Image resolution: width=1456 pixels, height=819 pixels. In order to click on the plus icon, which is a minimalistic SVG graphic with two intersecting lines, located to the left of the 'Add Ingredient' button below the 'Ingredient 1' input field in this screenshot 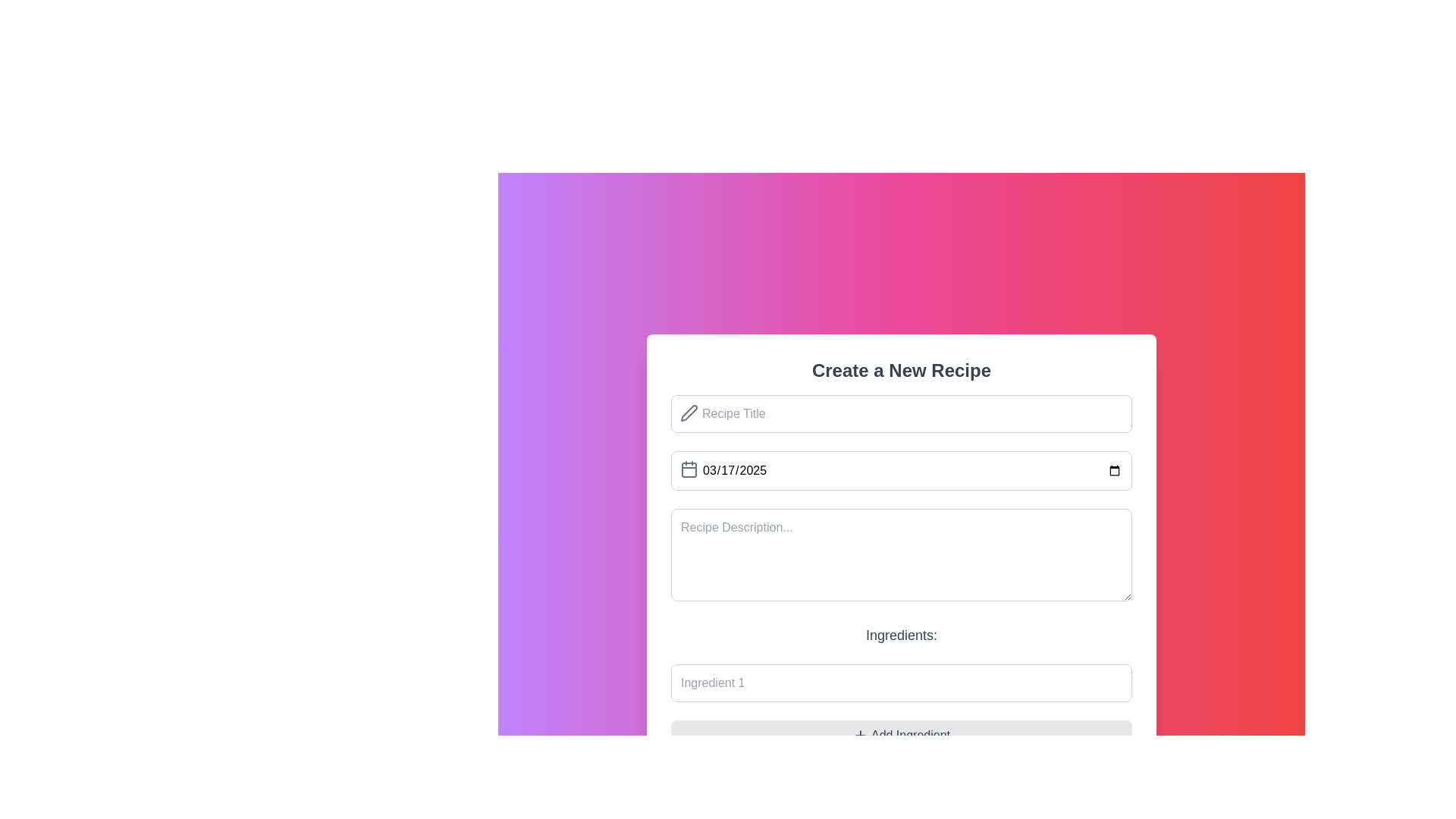, I will do `click(860, 735)`.